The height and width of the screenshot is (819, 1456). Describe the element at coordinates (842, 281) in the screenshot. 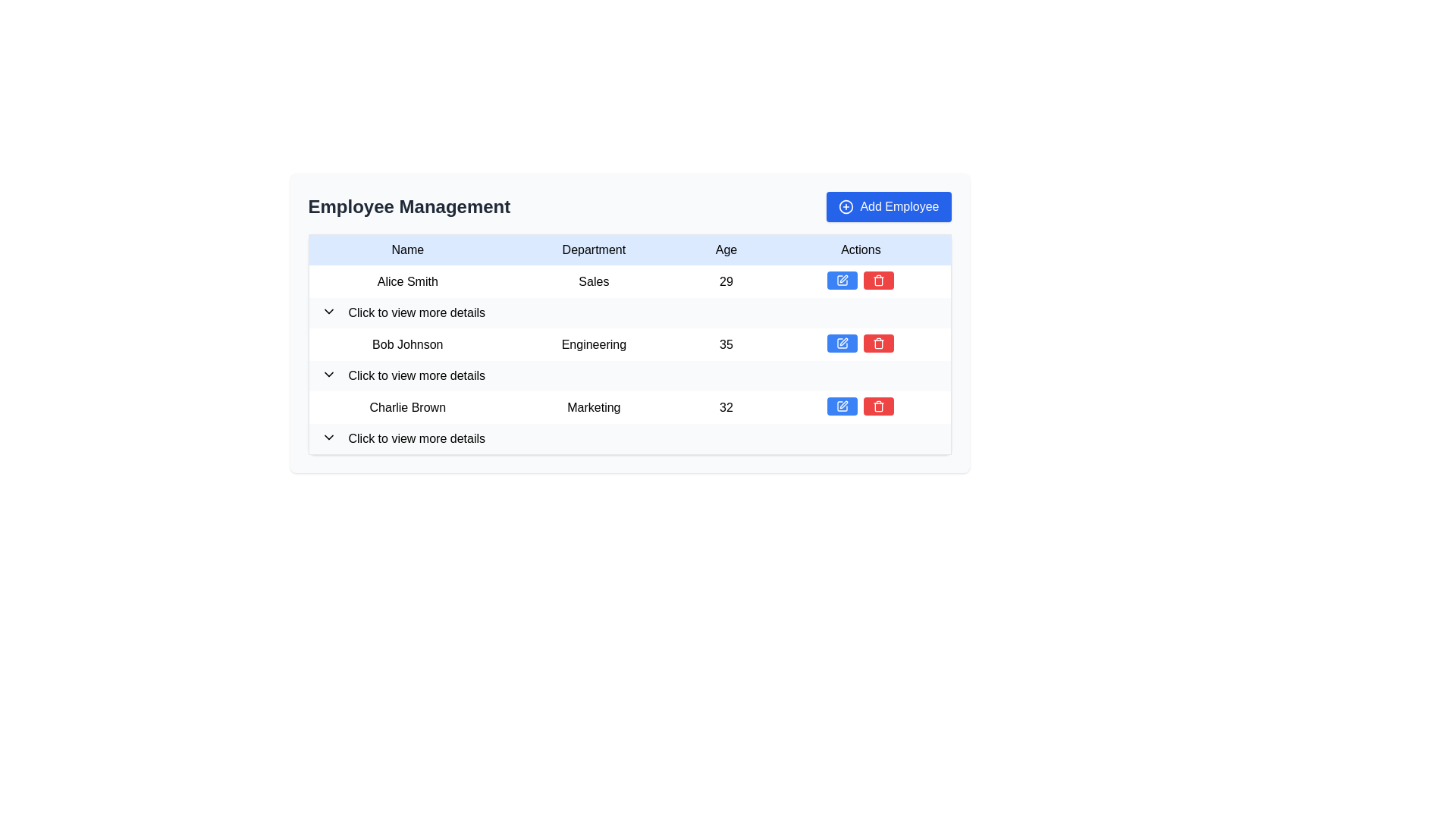

I see `the small blue pen icon located in the first row of the 'Actions' column in the 'Employee Management' interface` at that location.